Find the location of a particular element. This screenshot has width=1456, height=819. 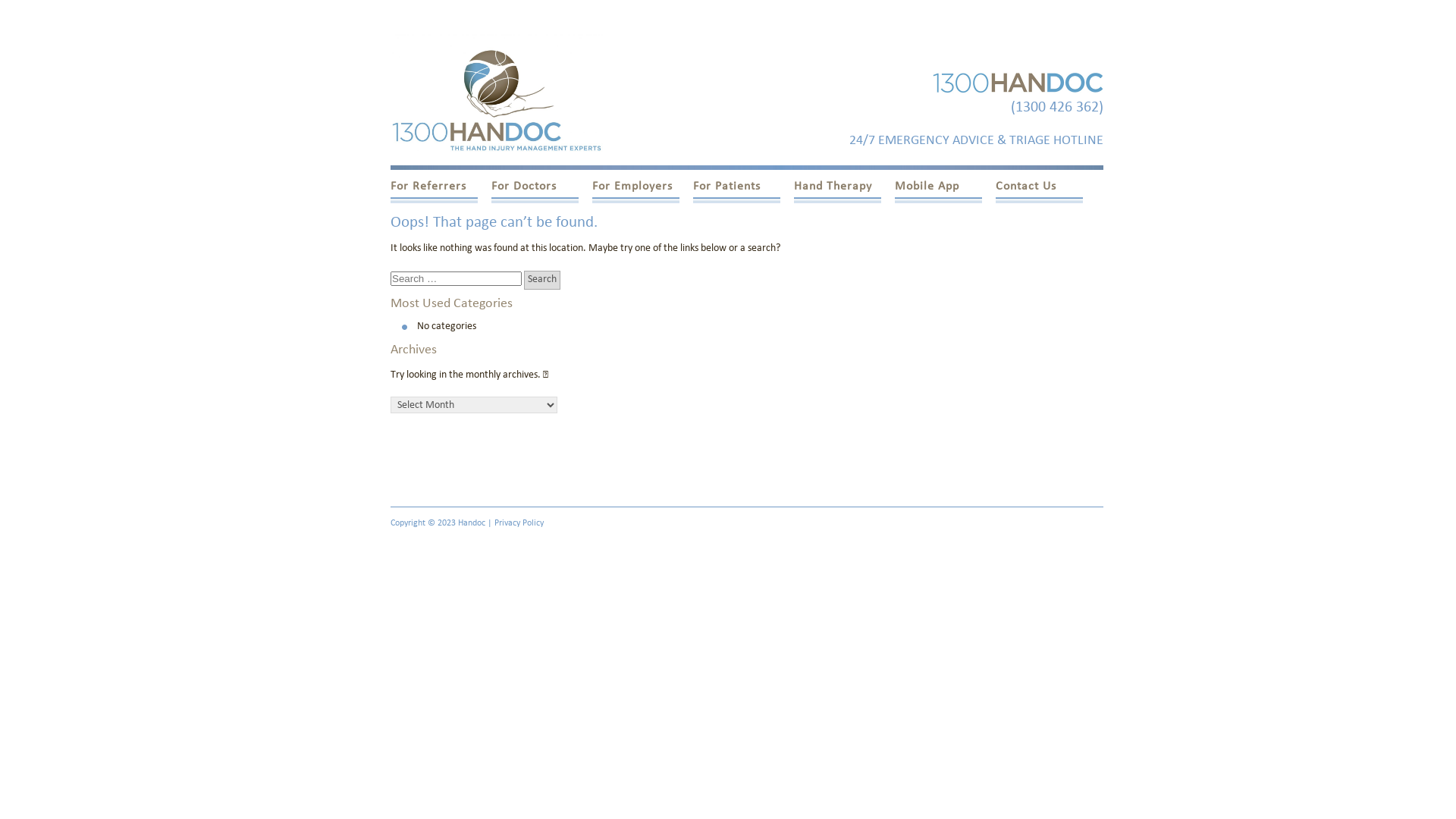

'For Doctors' is located at coordinates (535, 191).